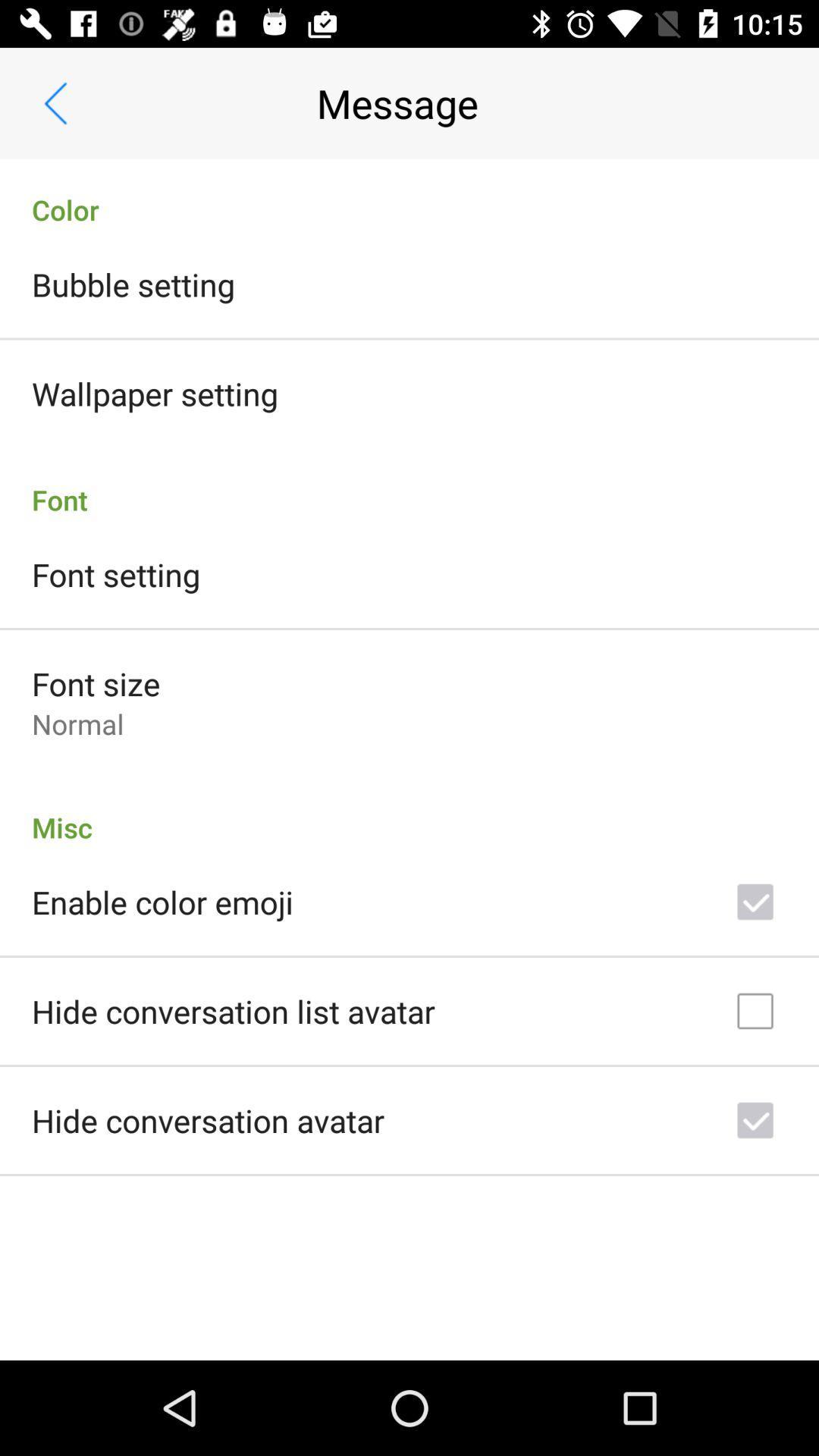 The image size is (819, 1456). Describe the element at coordinates (55, 102) in the screenshot. I see `item to the left of the message app` at that location.